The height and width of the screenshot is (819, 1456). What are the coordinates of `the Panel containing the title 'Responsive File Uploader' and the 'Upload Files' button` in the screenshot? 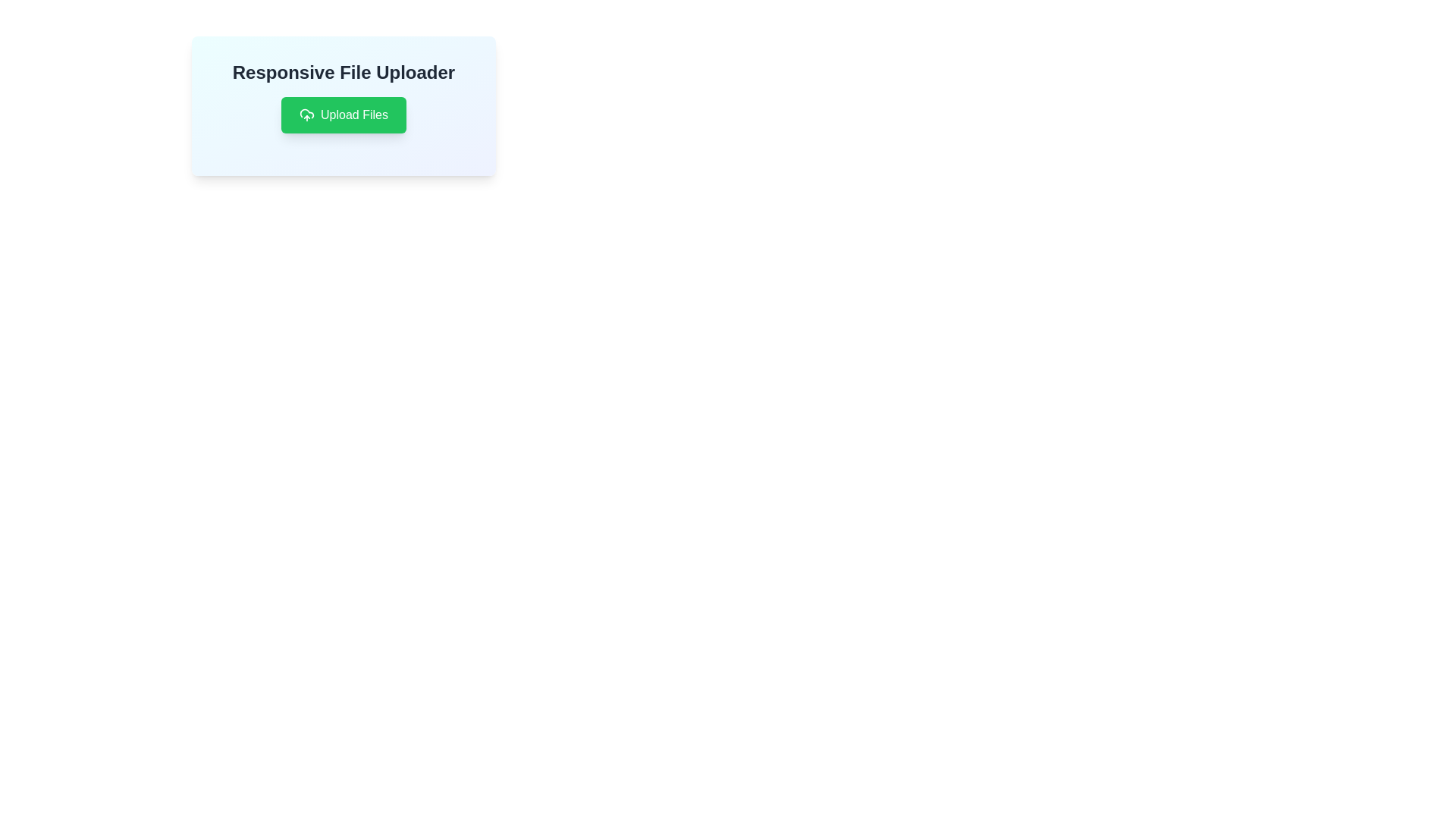 It's located at (343, 105).